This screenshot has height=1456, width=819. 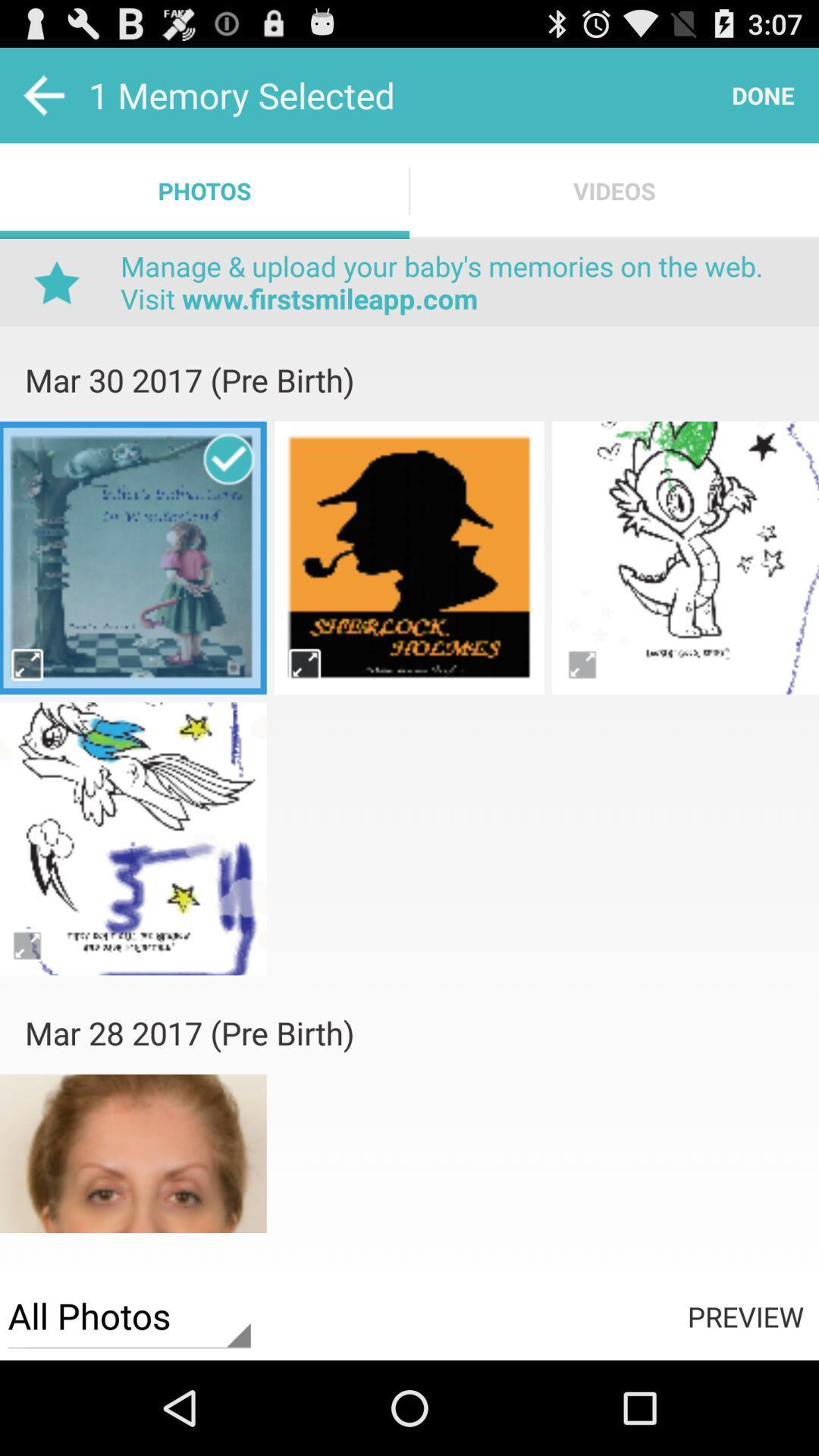 I want to click on zoom in, so click(x=304, y=664).